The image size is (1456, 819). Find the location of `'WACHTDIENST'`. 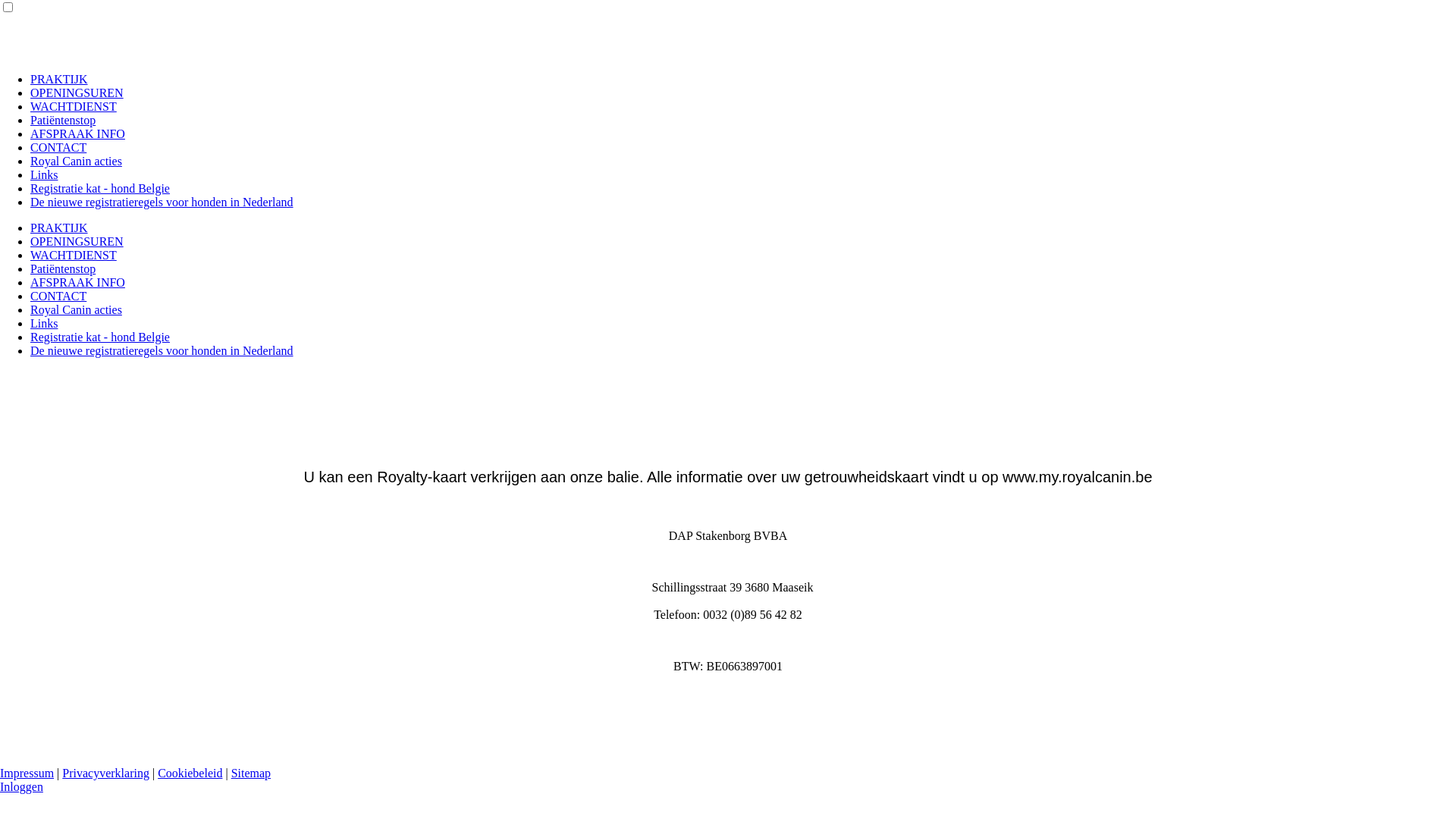

'WACHTDIENST' is located at coordinates (72, 105).